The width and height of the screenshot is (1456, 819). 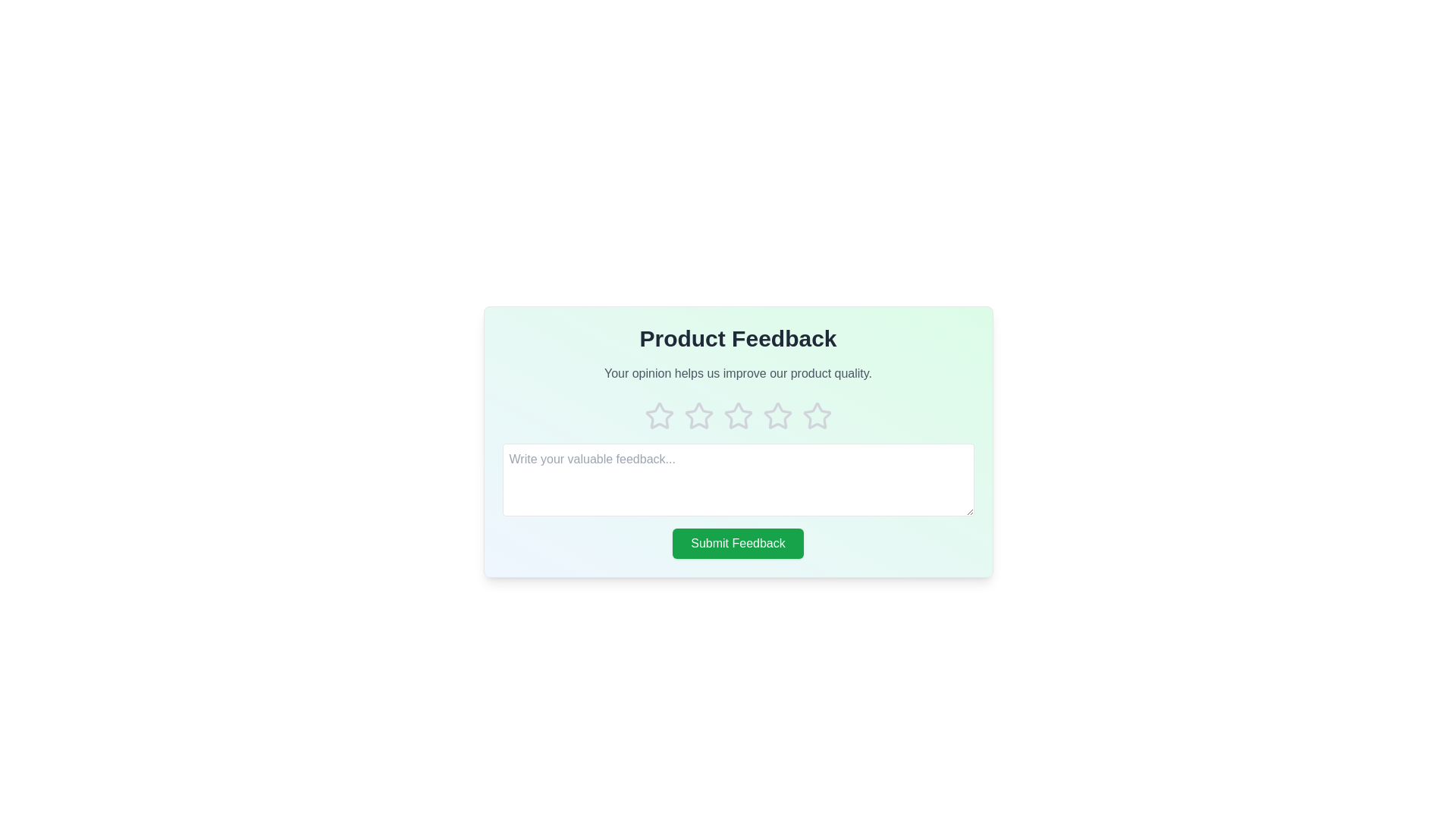 What do you see at coordinates (738, 416) in the screenshot?
I see `the fourth star icon in the rating system to observe the hover effect` at bounding box center [738, 416].